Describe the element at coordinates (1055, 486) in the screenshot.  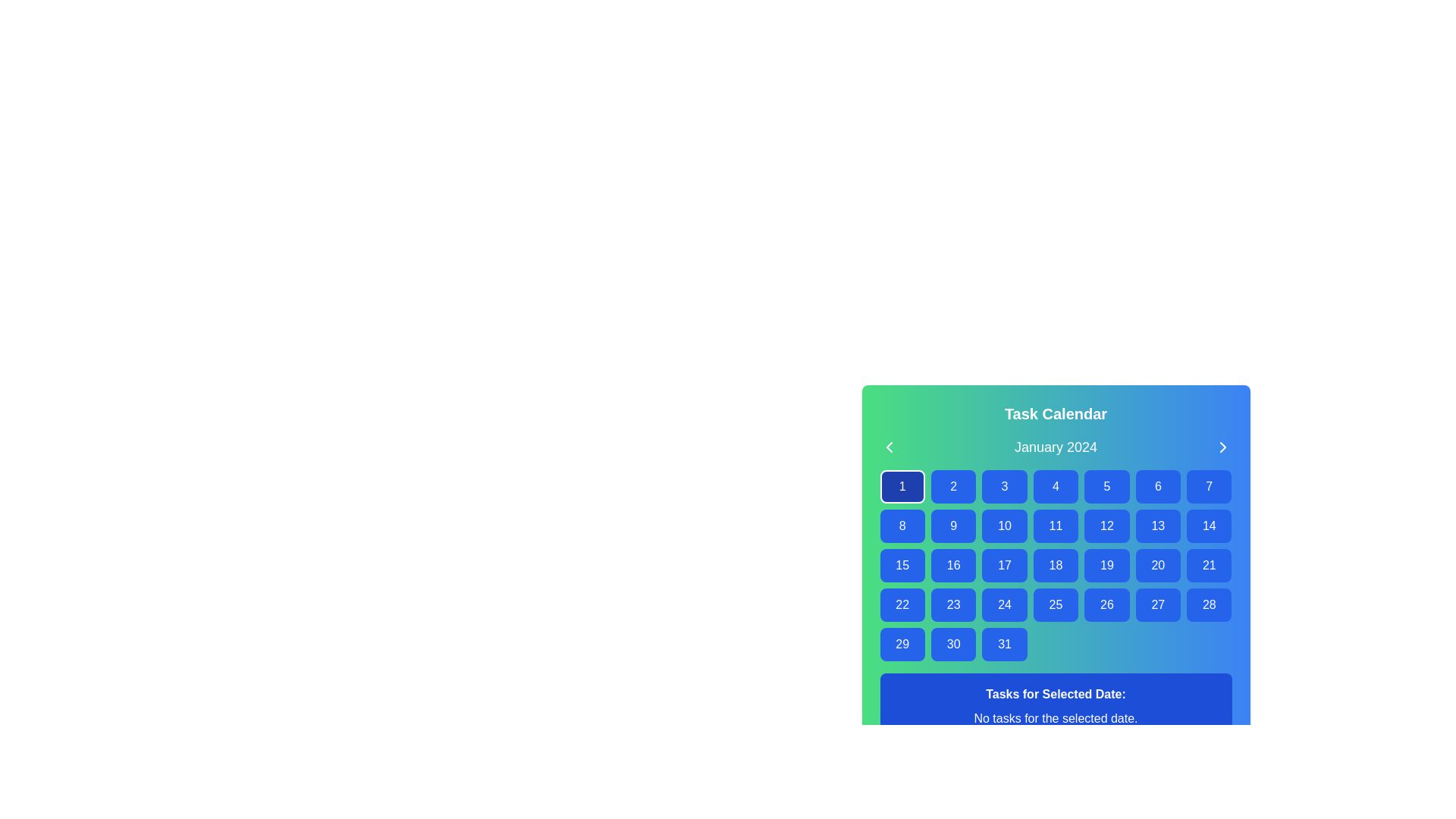
I see `the blue button displaying the number '4'` at that location.